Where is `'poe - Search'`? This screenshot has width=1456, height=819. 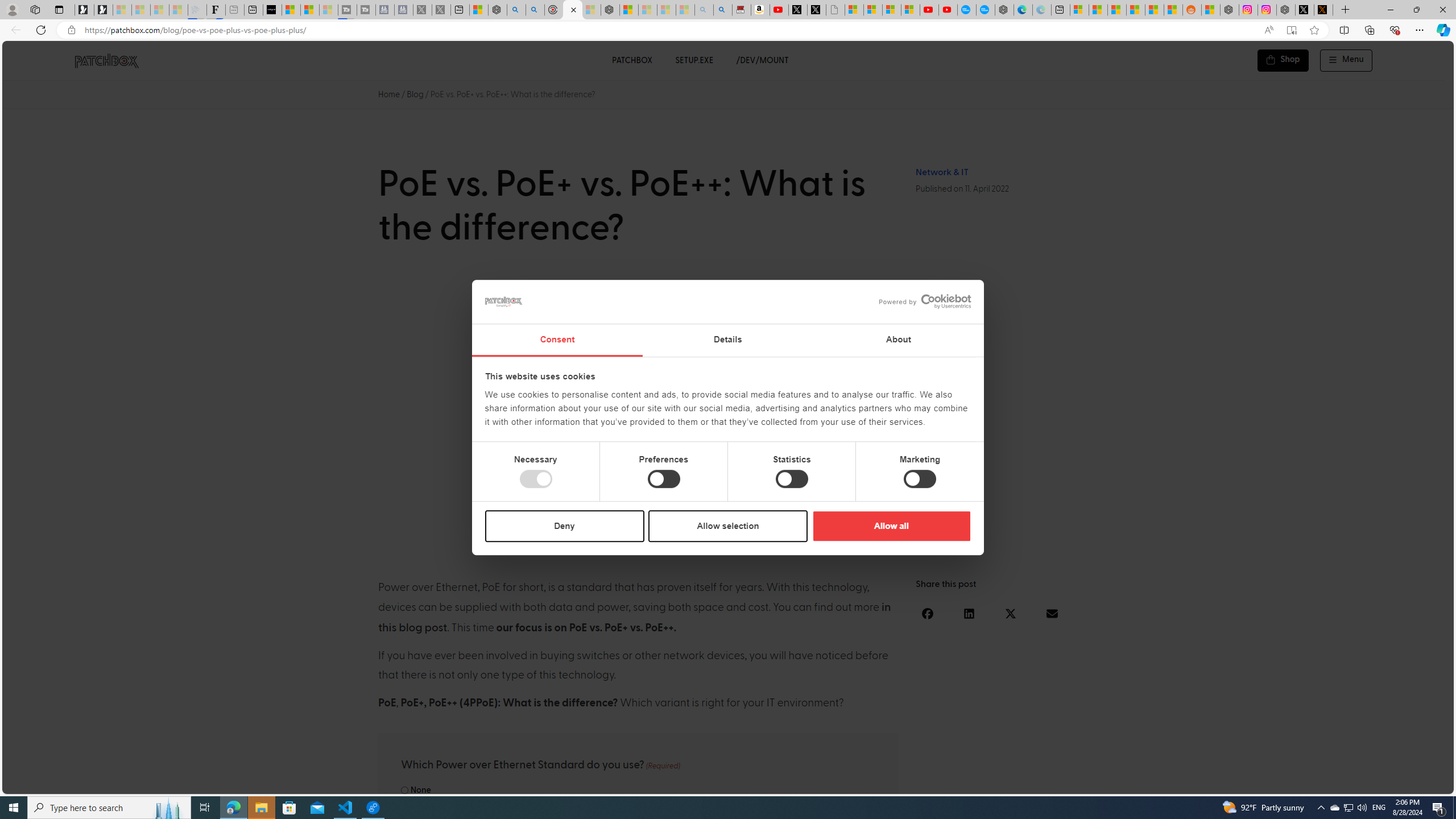 'poe - Search' is located at coordinates (515, 9).